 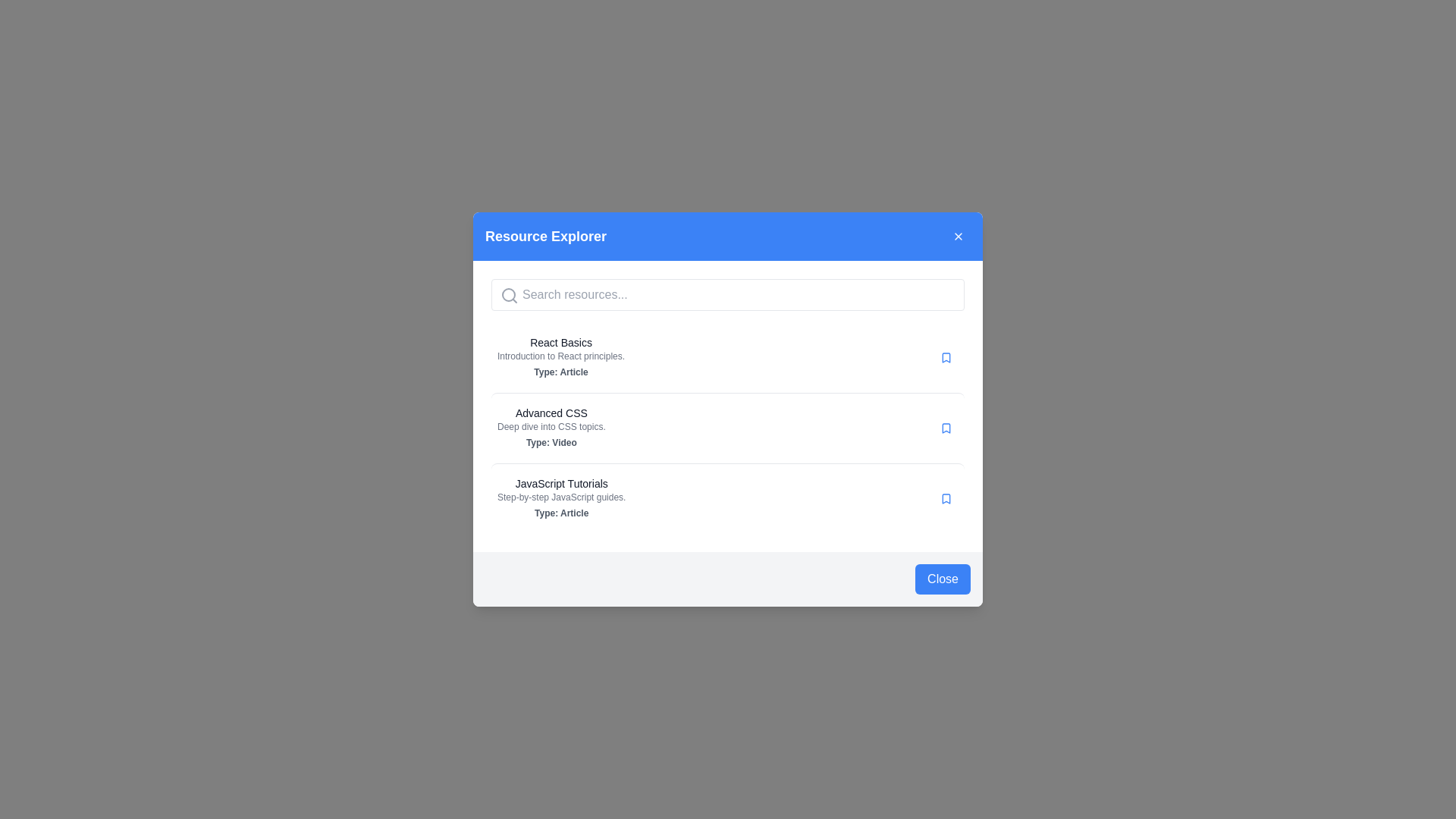 I want to click on the blue bookmark icon with a rounded shape located to the far right of the second entry in the resource list, so click(x=946, y=428).